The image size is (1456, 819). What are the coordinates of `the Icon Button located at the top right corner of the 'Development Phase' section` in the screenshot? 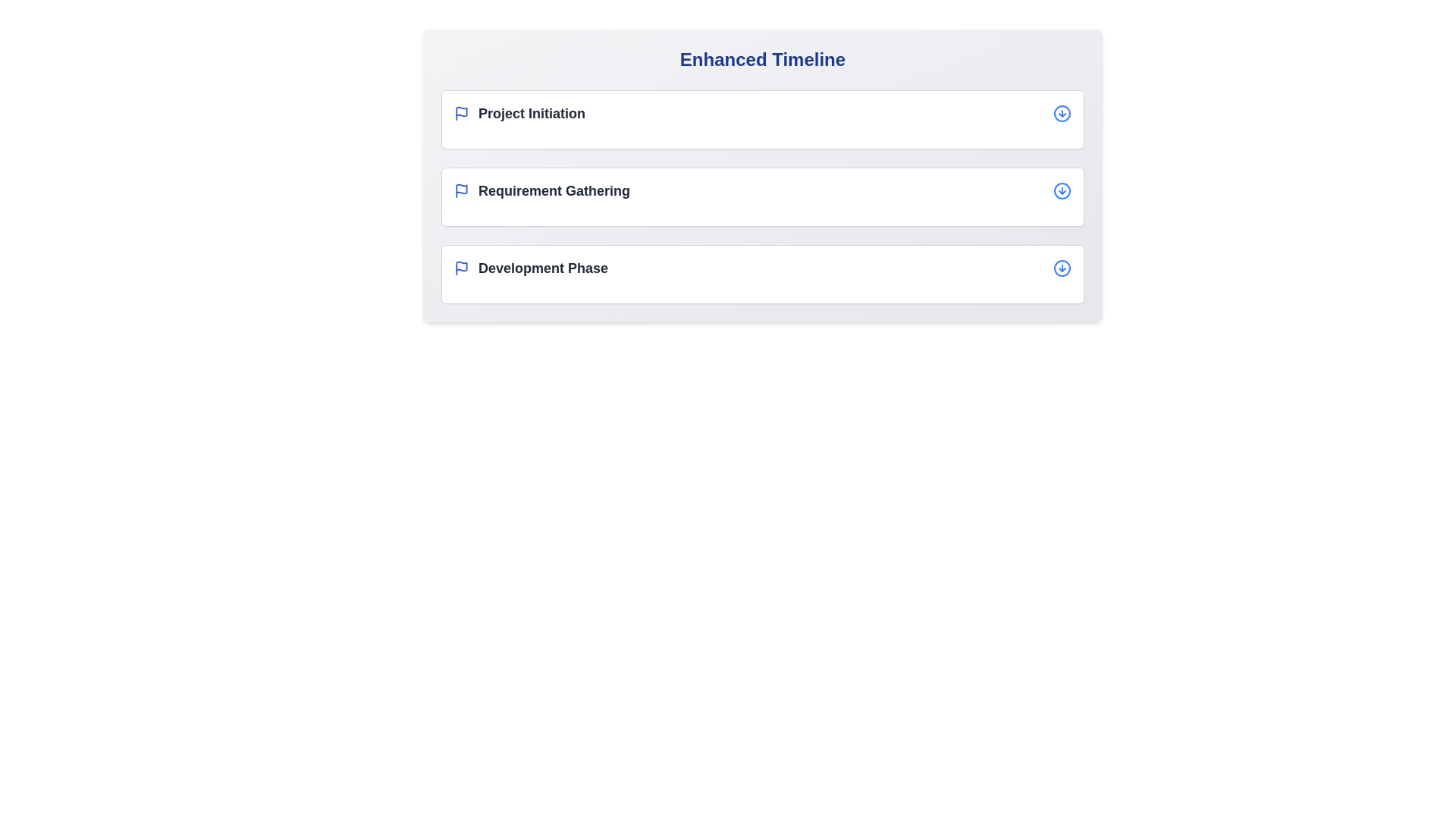 It's located at (1062, 268).